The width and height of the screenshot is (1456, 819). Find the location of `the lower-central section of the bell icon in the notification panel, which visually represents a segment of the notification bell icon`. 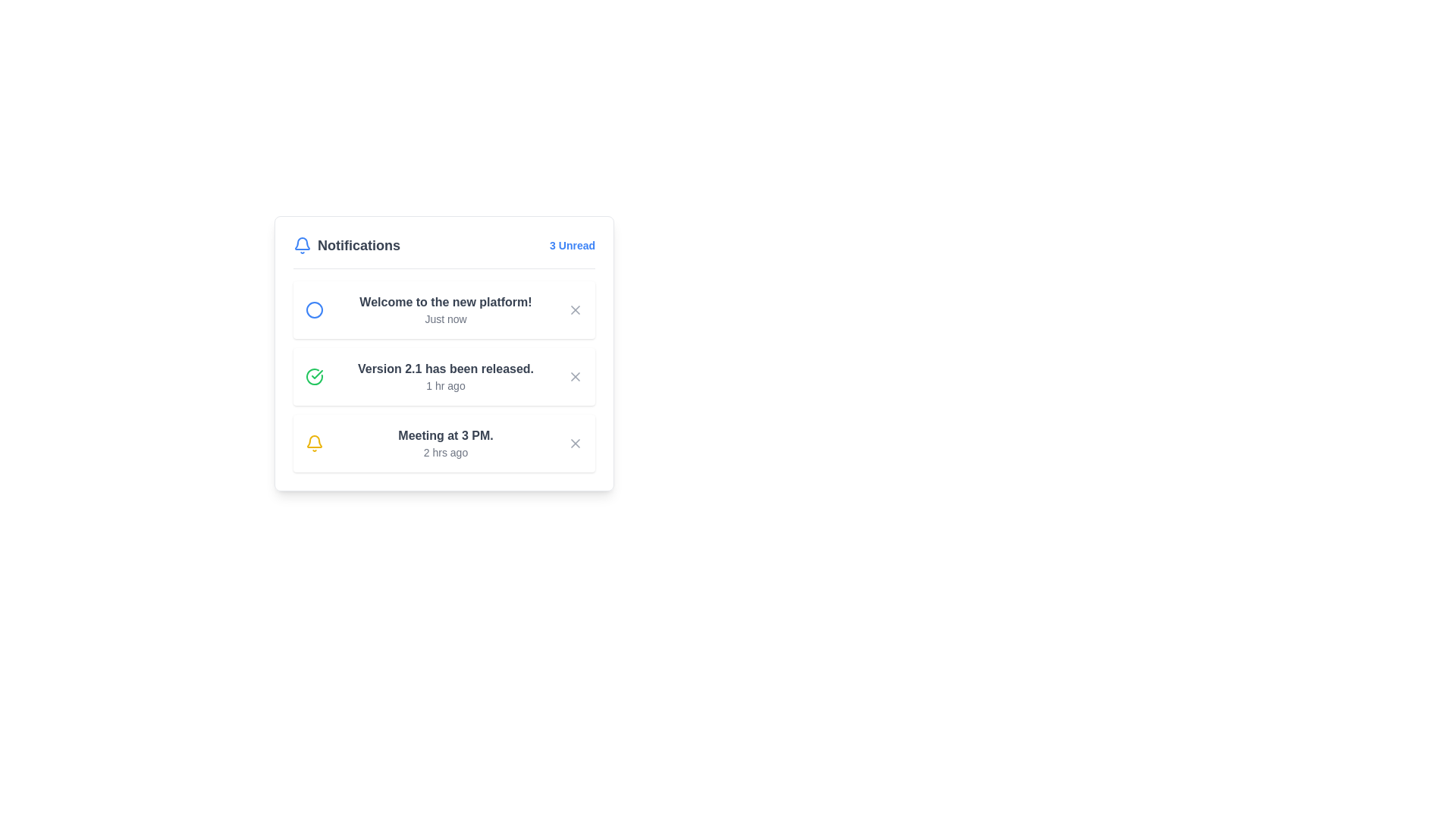

the lower-central section of the bell icon in the notification panel, which visually represents a segment of the notification bell icon is located at coordinates (313, 441).